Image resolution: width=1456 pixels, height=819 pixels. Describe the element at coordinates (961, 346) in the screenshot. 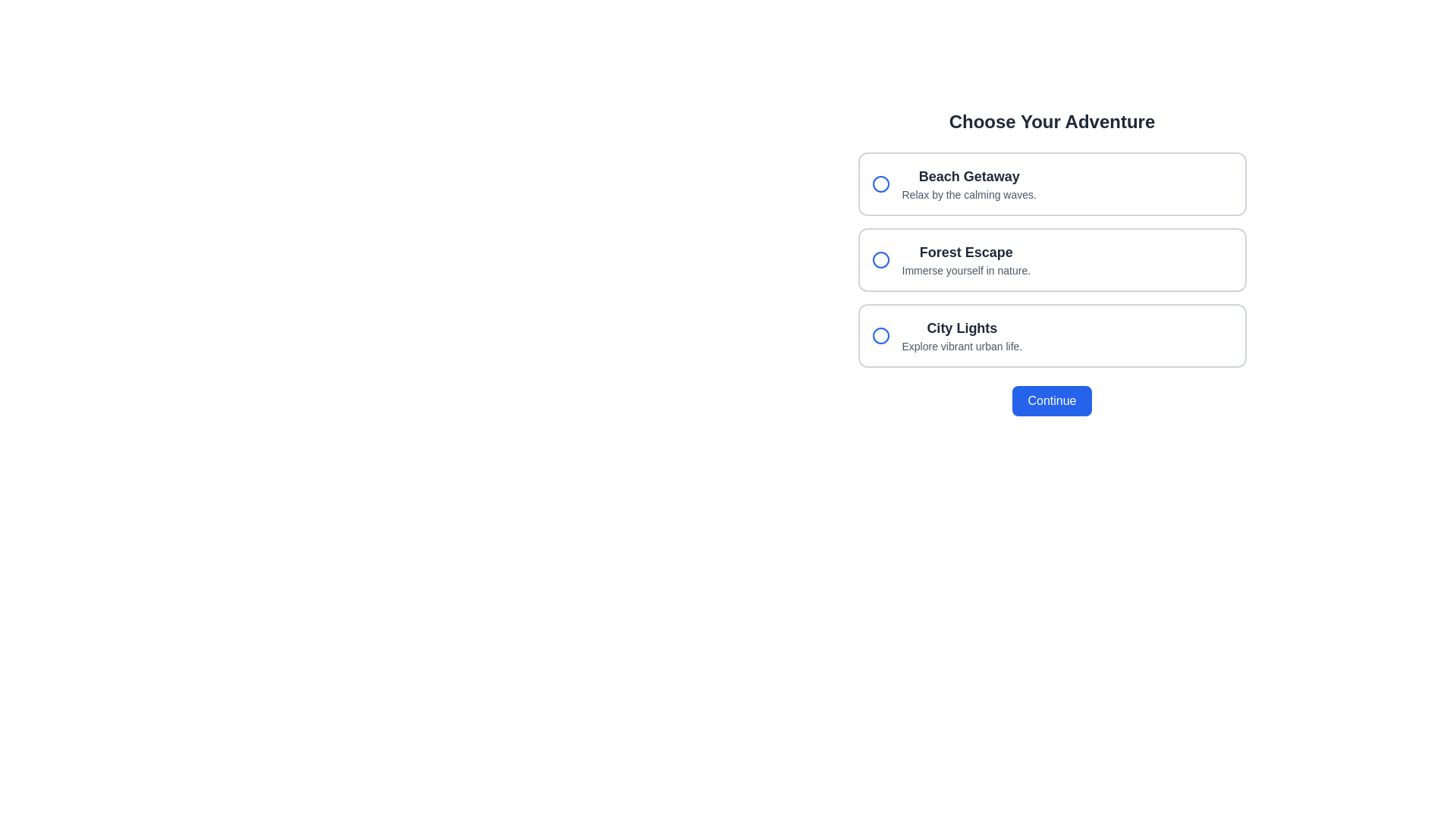

I see `the text label that reads 'Explore vibrant urban life.' which is positioned below the bold title 'City Lights'` at that location.